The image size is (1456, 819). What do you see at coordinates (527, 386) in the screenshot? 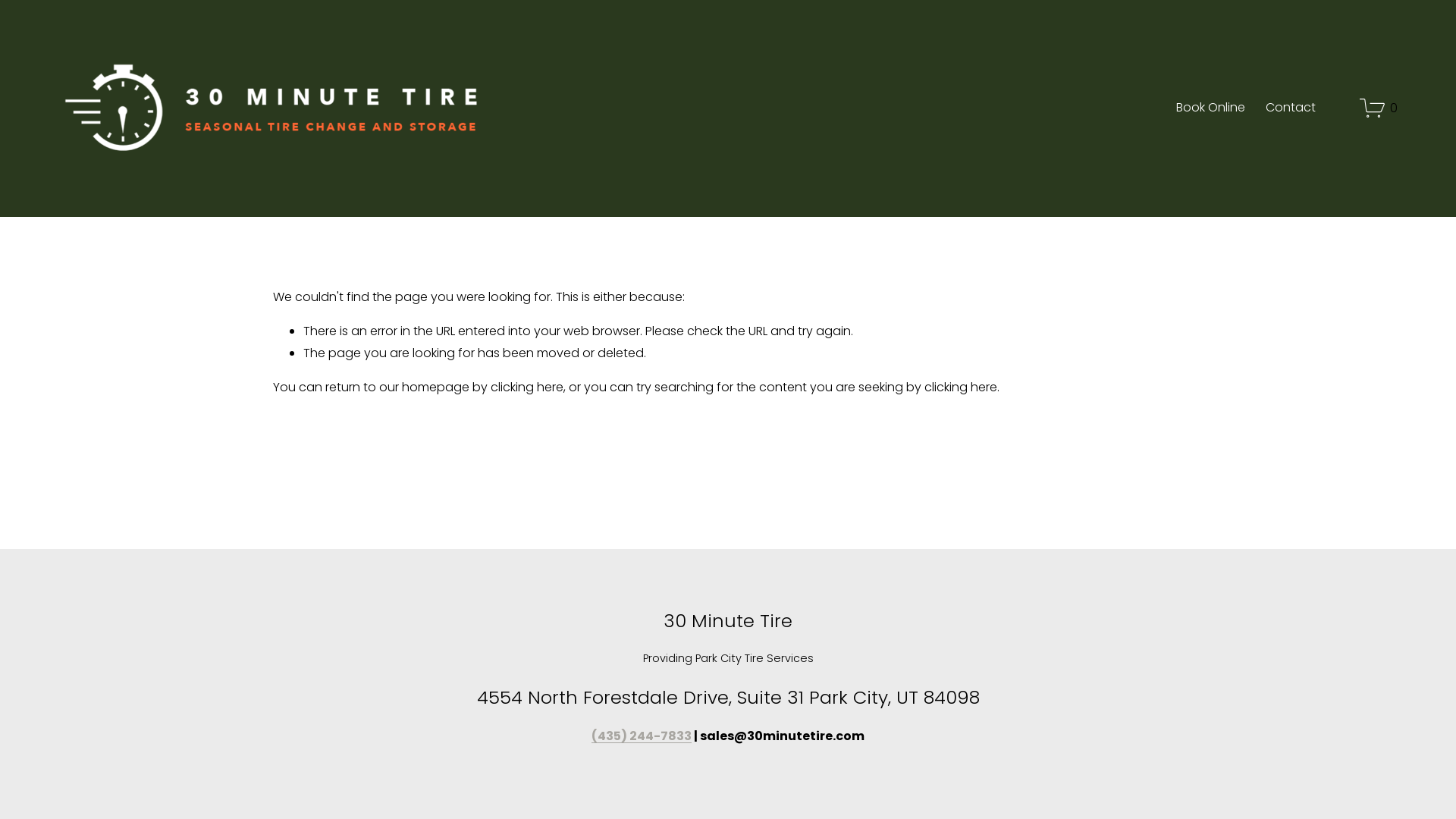
I see `'clicking here'` at bounding box center [527, 386].